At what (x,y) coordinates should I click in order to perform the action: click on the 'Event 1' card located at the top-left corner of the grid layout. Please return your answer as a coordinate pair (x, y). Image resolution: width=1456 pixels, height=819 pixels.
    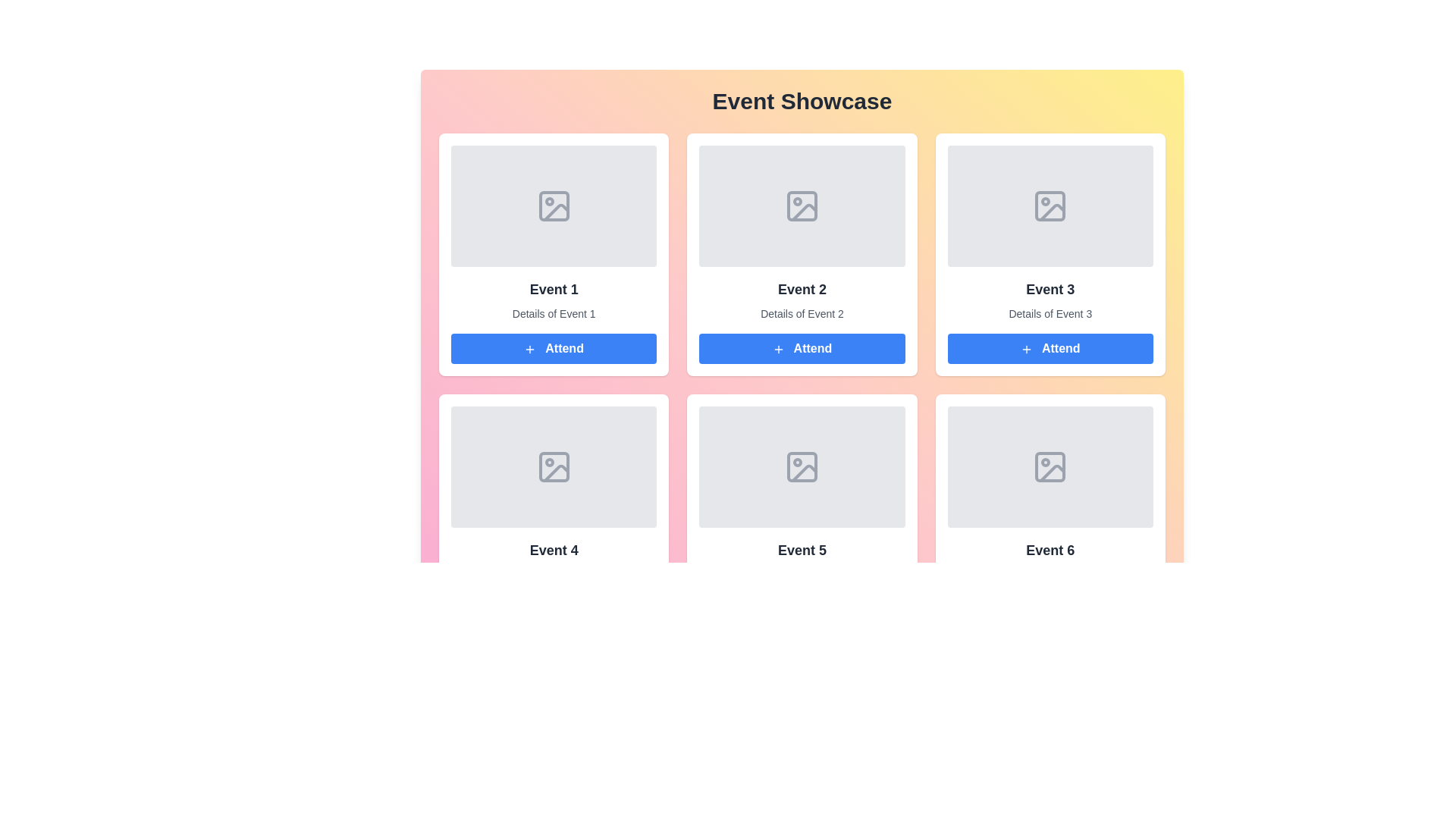
    Looking at the image, I should click on (553, 253).